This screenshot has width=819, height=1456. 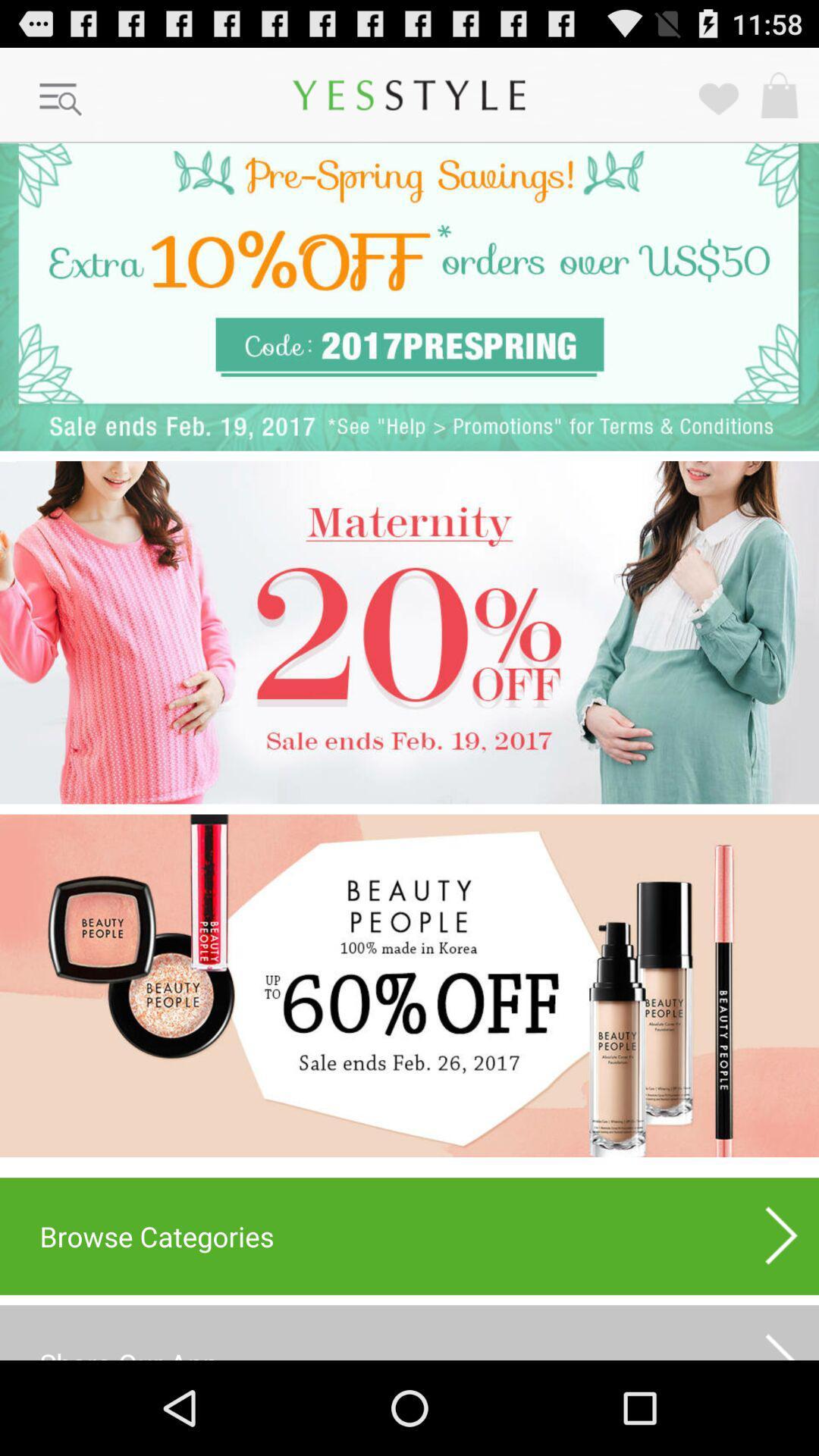 What do you see at coordinates (409, 632) in the screenshot?
I see `open this announce` at bounding box center [409, 632].